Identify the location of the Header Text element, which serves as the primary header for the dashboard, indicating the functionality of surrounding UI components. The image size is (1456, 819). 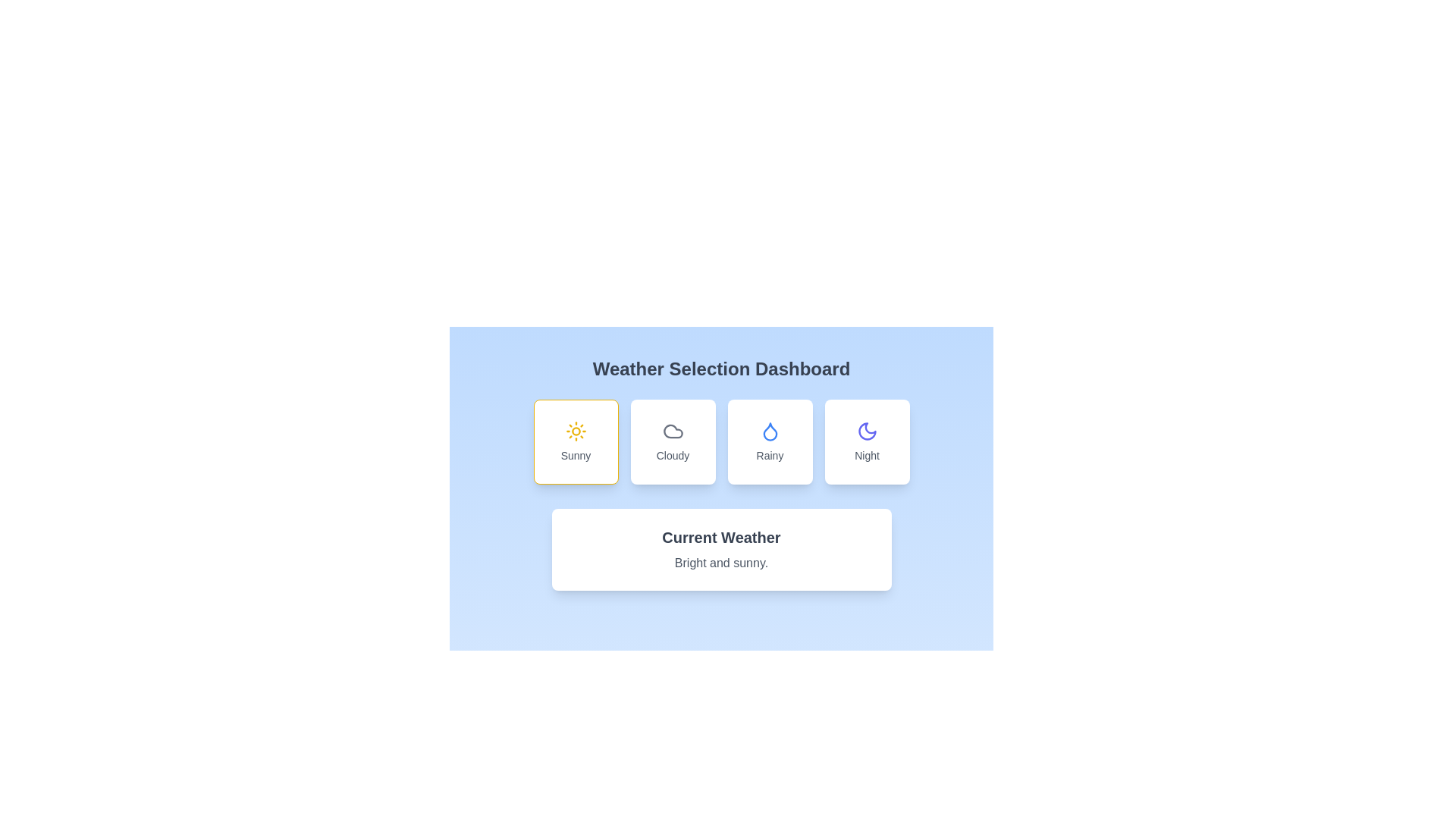
(720, 369).